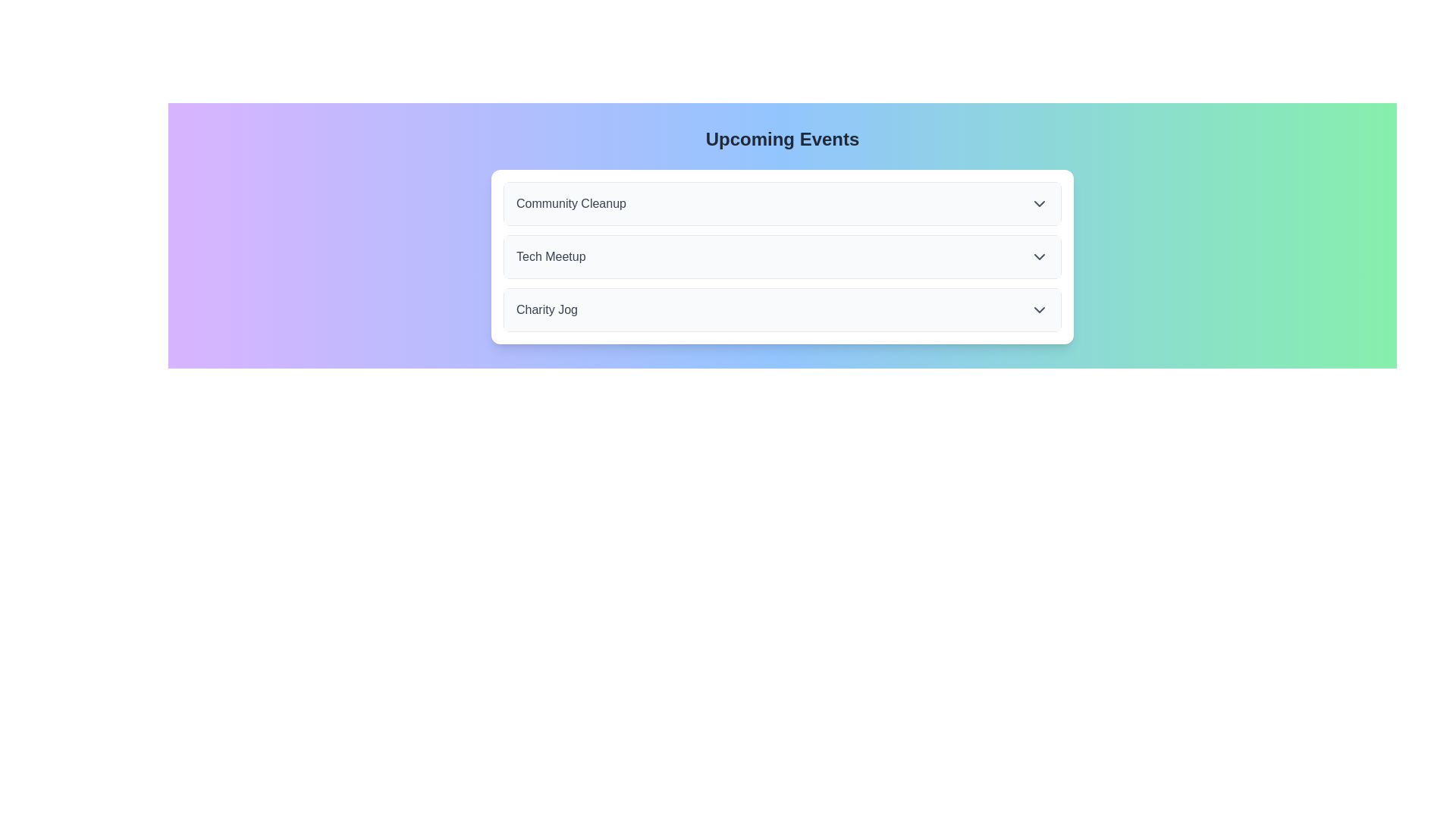  What do you see at coordinates (783, 309) in the screenshot?
I see `the third item in the vertically stacked list, which serves as a button` at bounding box center [783, 309].